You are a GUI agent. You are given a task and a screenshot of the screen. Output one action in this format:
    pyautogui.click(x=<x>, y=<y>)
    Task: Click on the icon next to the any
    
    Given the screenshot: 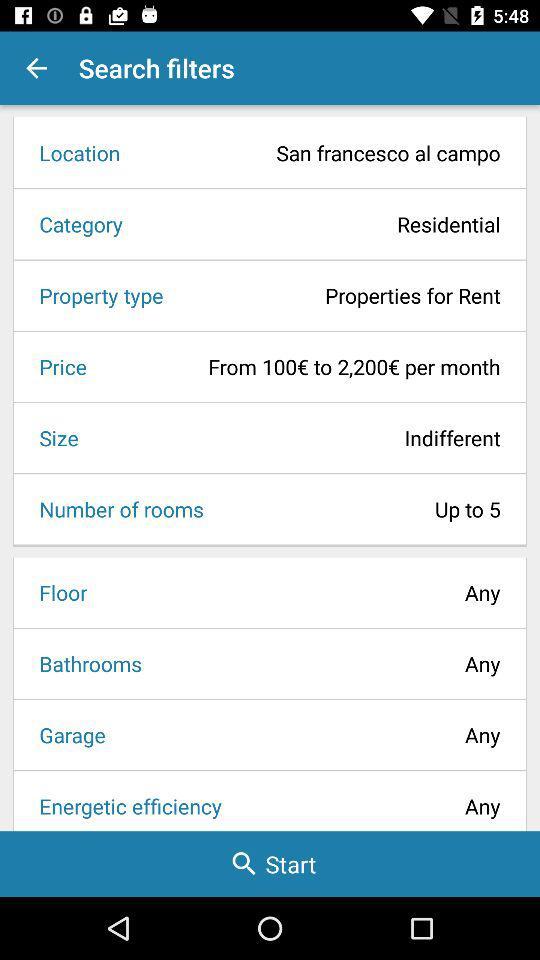 What is the action you would take?
    pyautogui.click(x=83, y=663)
    